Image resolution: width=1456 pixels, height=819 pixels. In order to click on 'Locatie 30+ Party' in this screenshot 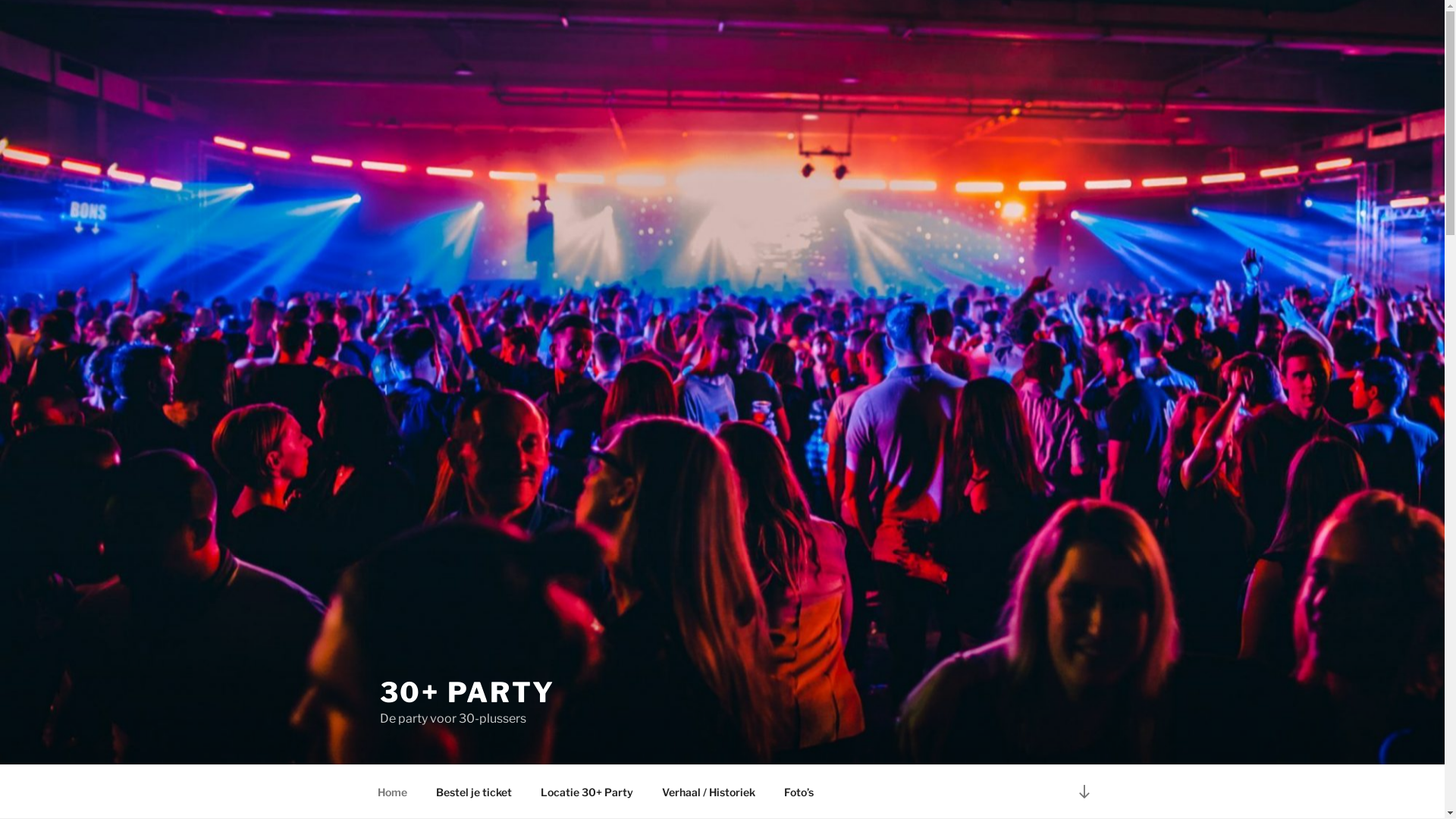, I will do `click(528, 791)`.